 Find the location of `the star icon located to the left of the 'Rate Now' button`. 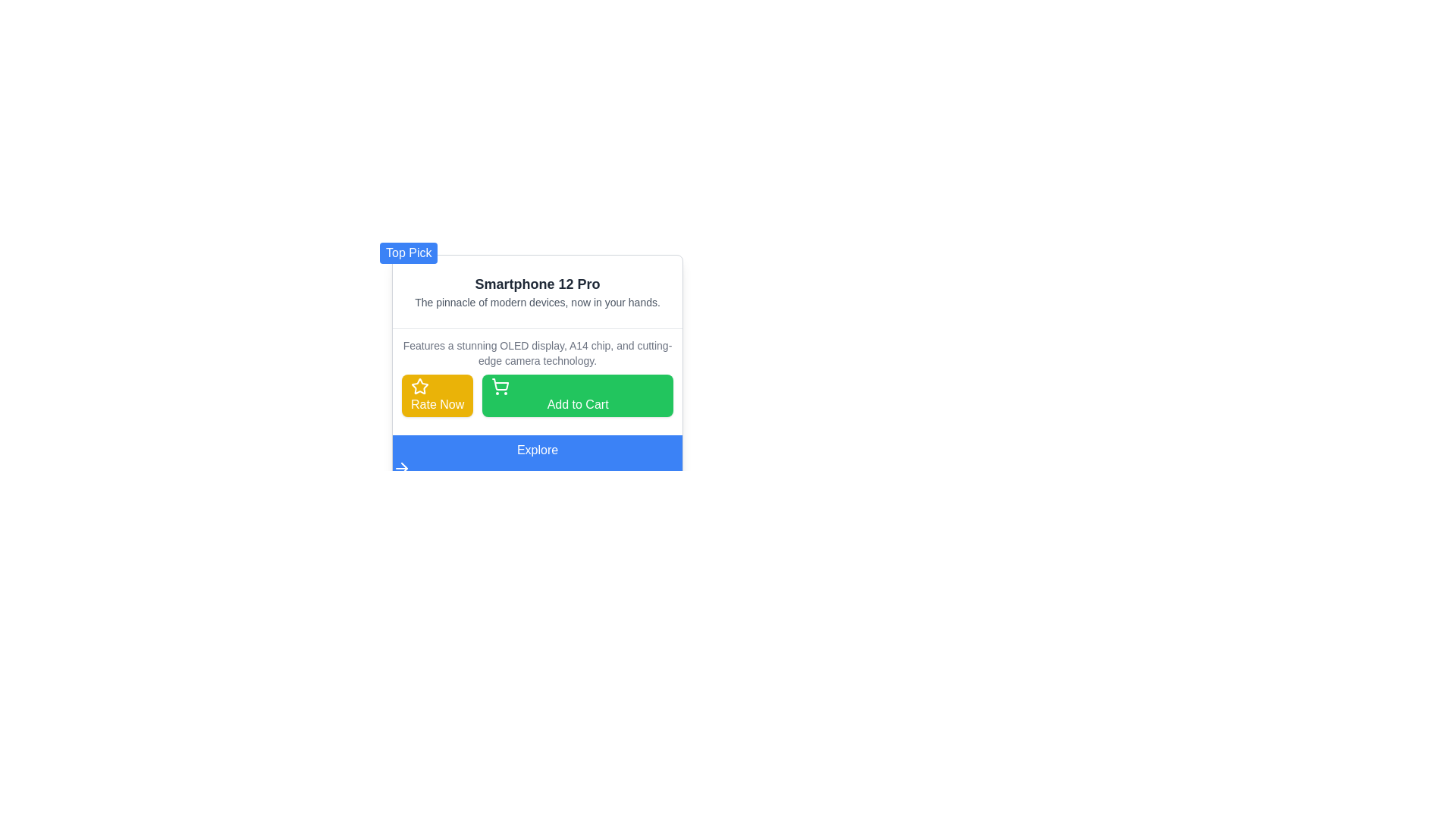

the star icon located to the left of the 'Rate Now' button is located at coordinates (419, 385).